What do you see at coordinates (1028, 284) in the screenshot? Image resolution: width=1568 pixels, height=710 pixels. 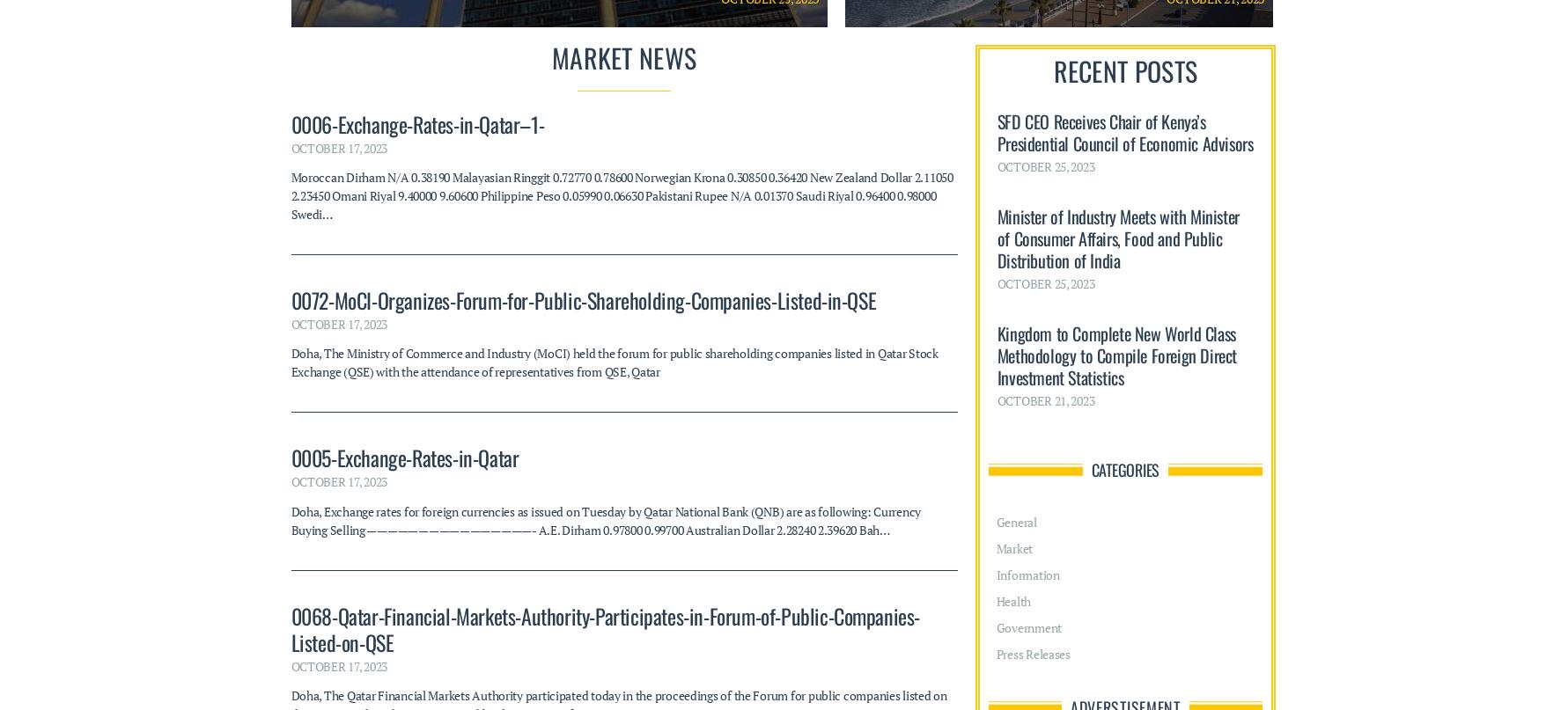 I see `'Government'` at bounding box center [1028, 284].